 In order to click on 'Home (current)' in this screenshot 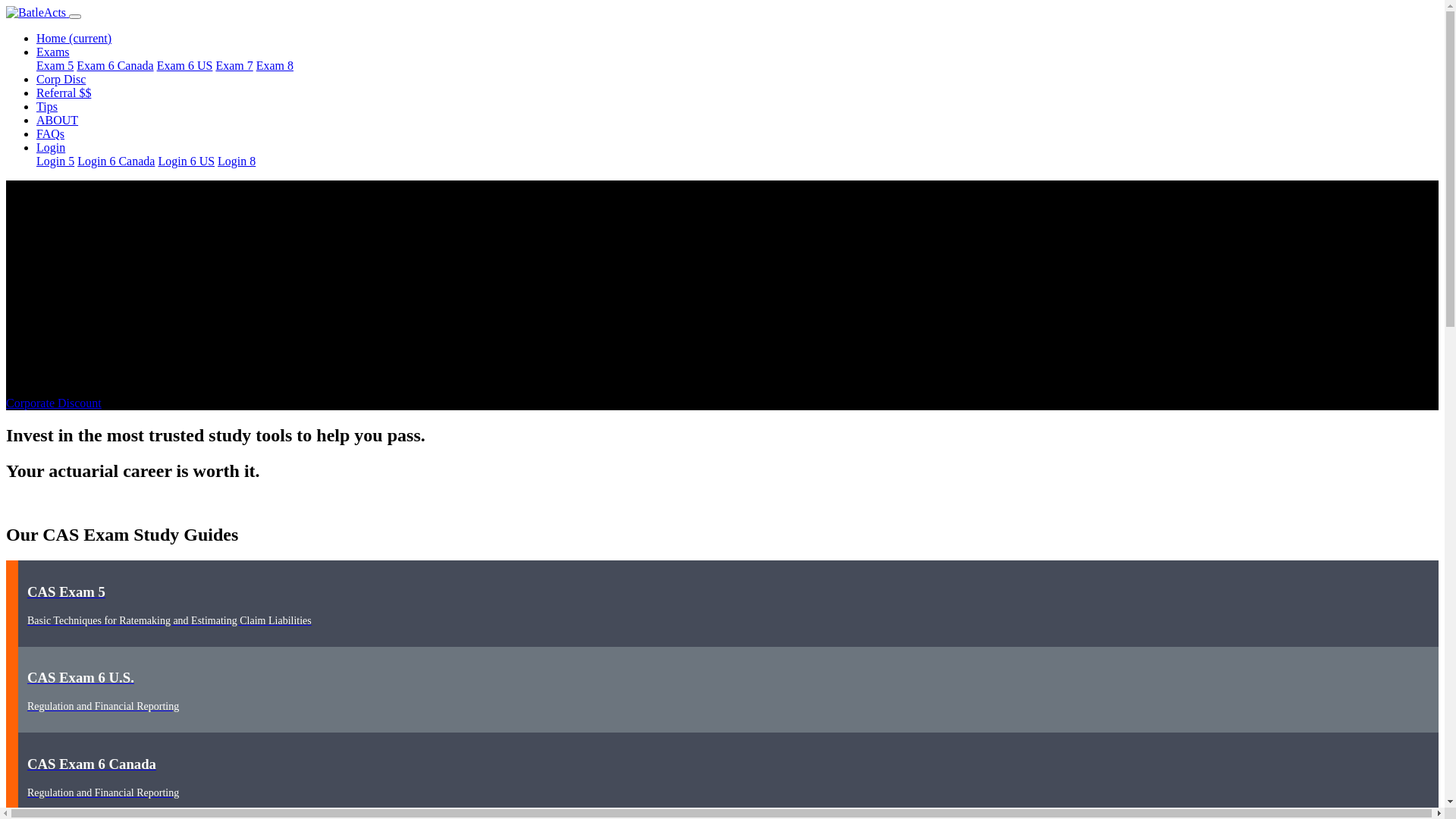, I will do `click(73, 37)`.